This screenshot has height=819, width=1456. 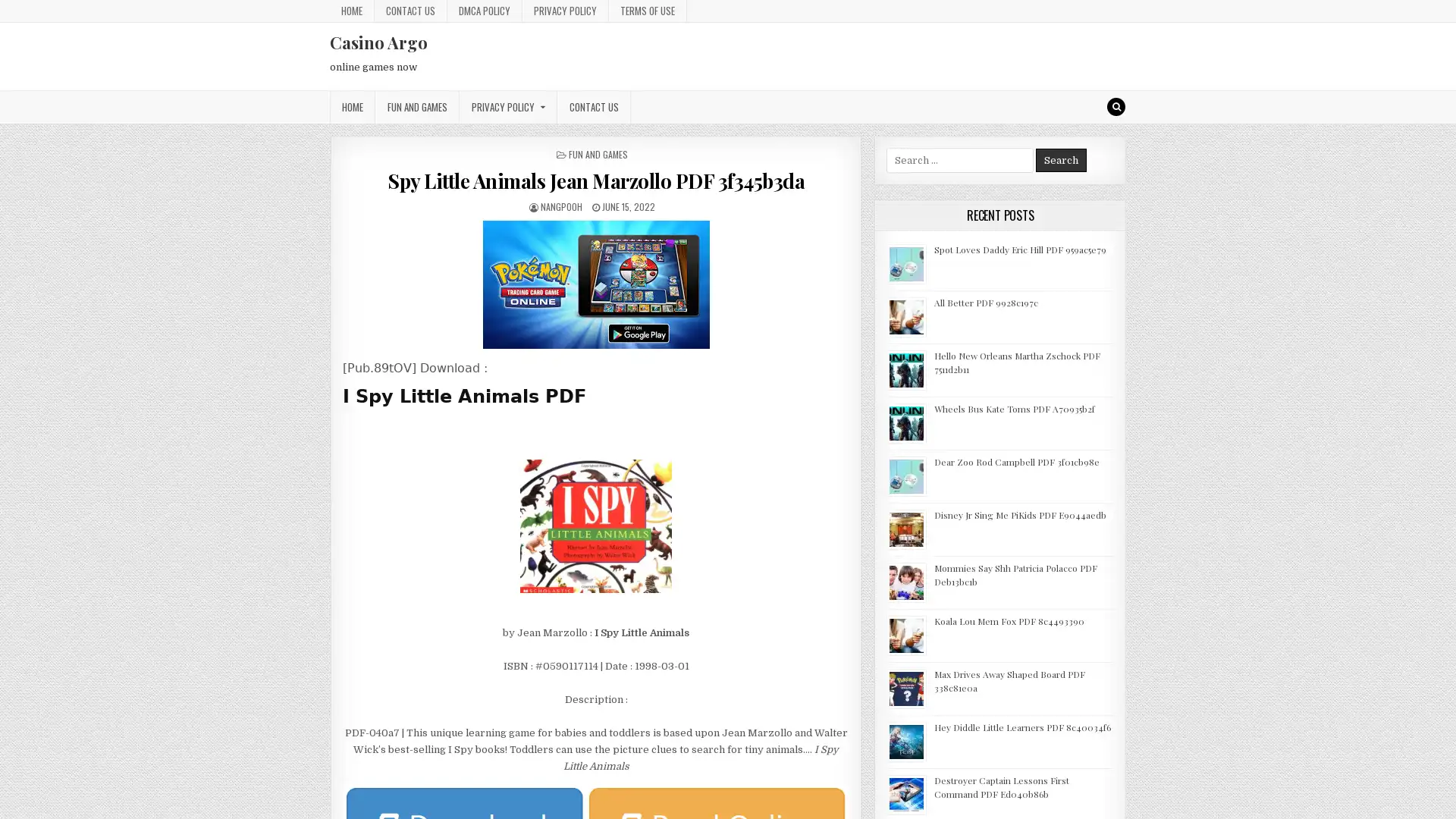 I want to click on Search, so click(x=1060, y=160).